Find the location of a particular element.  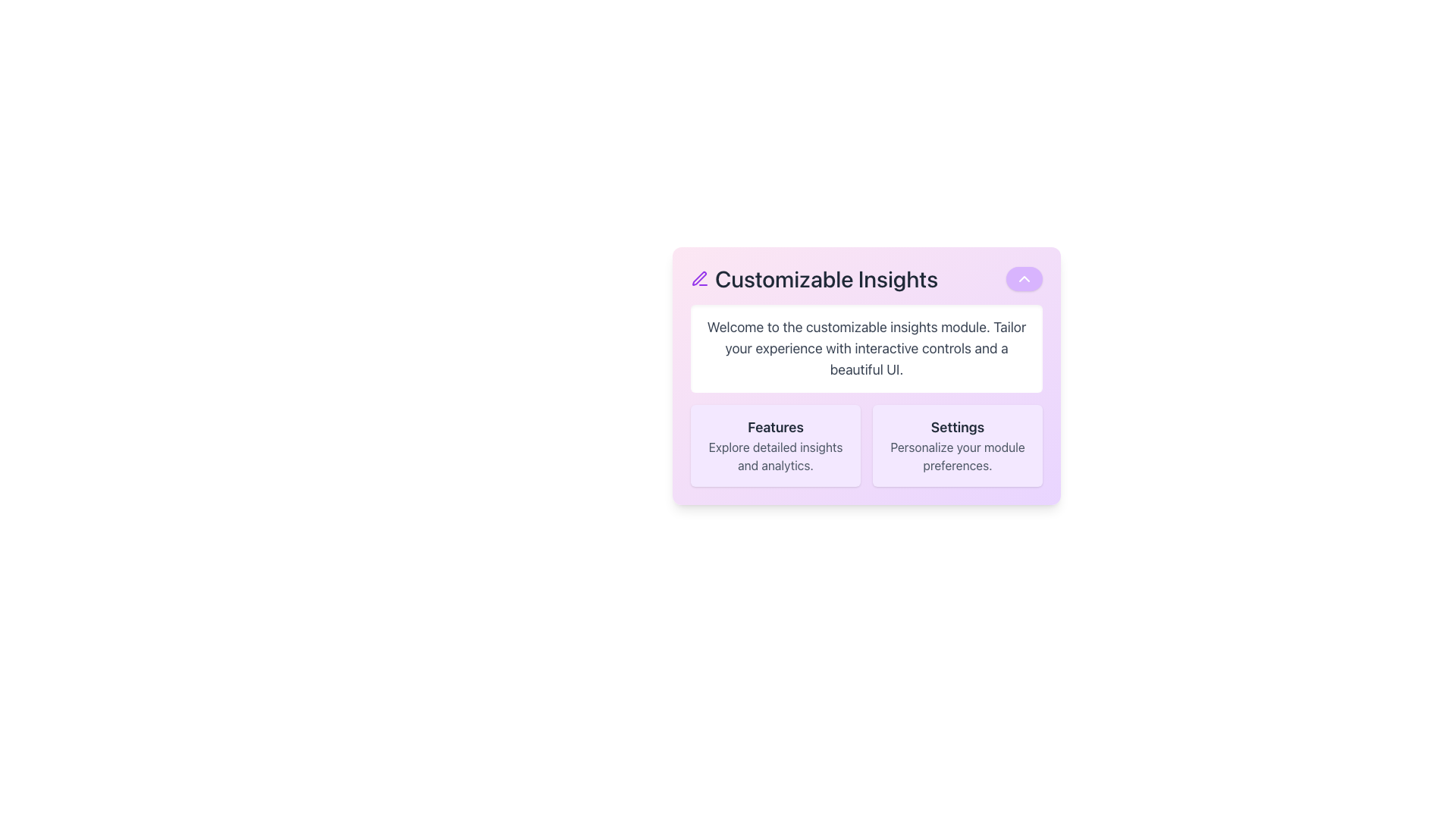

the icon associated with the 'Customizable Insights' module, which is positioned to the left of the text in the header area is located at coordinates (698, 278).